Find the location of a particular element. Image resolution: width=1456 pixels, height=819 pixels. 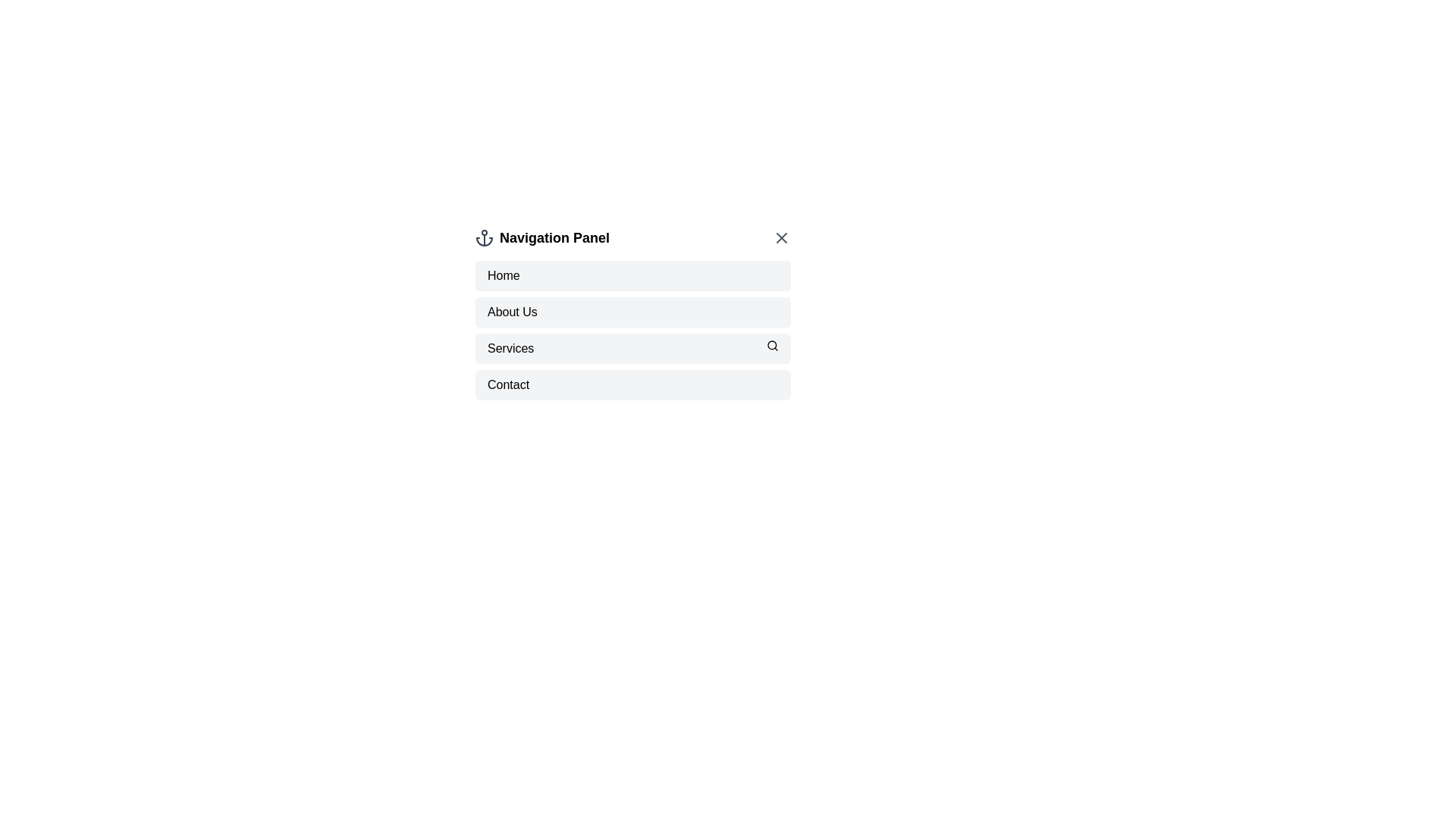

the 'Contact' button, which is the fourth button in the vertical navigation panel, positioned below the 'Services' button is located at coordinates (633, 384).